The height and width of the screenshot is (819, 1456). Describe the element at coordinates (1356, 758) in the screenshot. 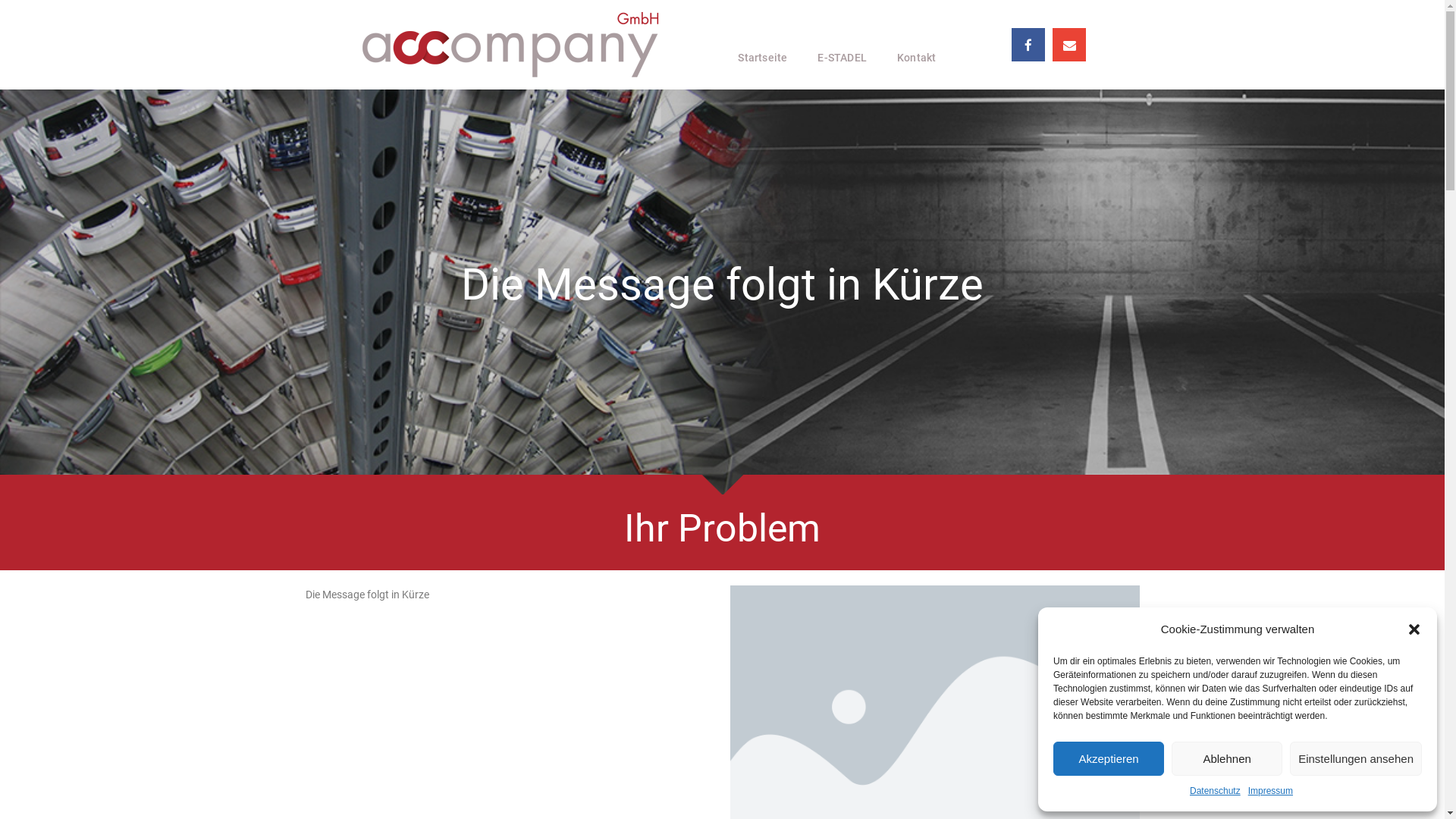

I see `'Einstellungen ansehen'` at that location.